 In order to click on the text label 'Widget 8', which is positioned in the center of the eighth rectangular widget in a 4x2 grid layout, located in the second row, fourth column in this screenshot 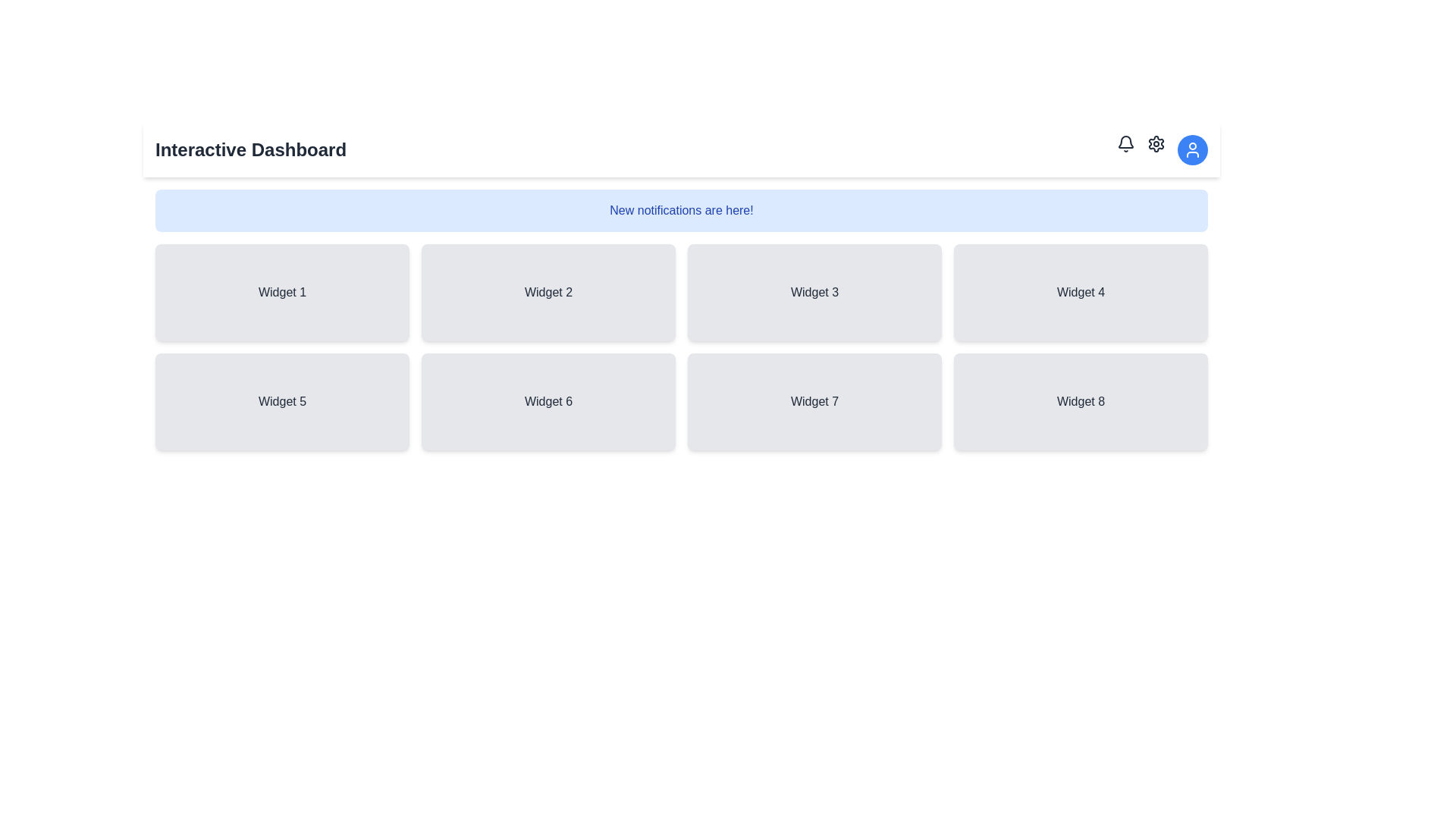, I will do `click(1080, 400)`.